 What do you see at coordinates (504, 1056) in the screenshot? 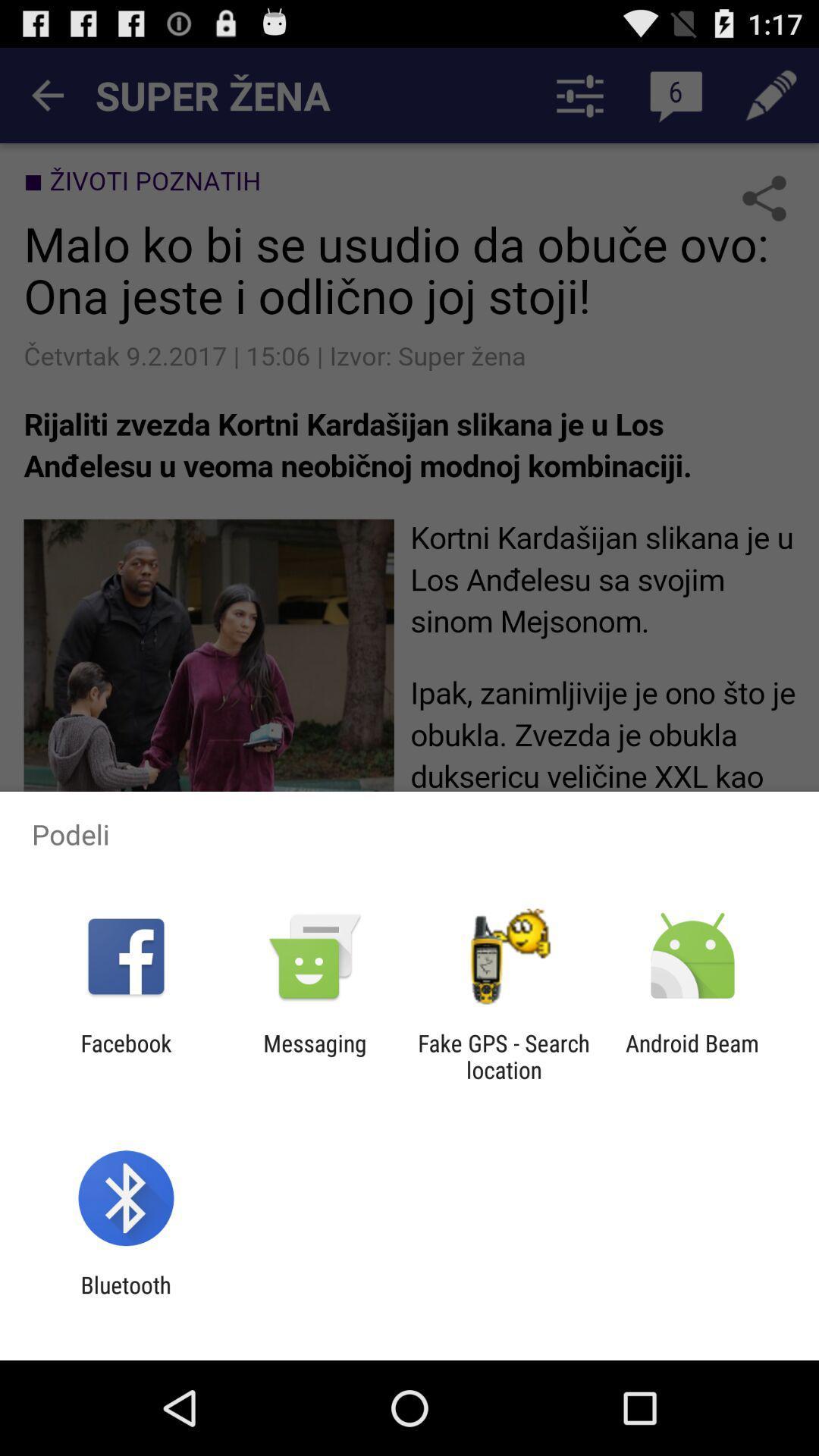
I see `fake gps search icon` at bounding box center [504, 1056].